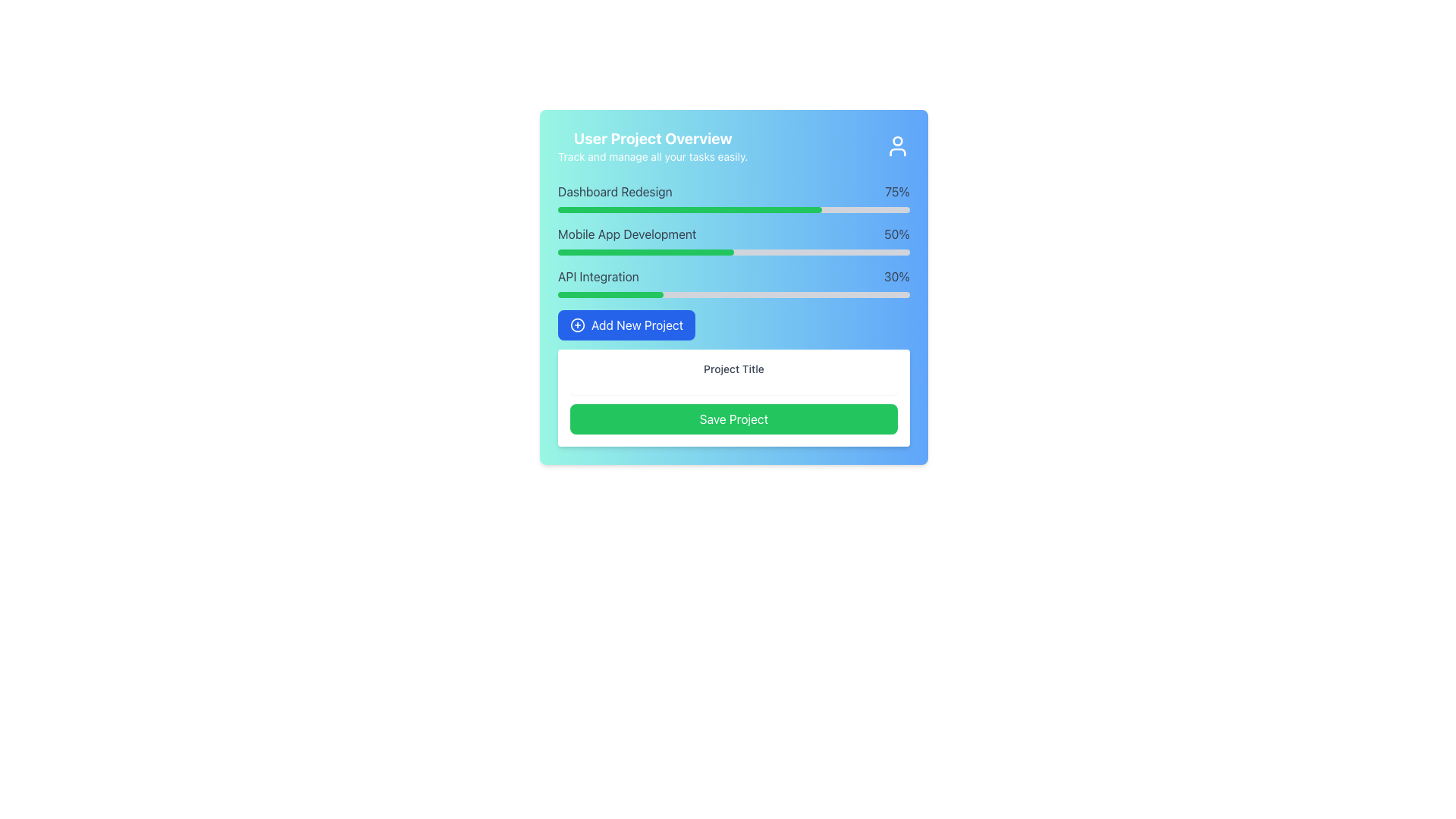 This screenshot has height=819, width=1456. I want to click on the small circular shape inside the user profile SVG icon located in the upper-right corner of the main interface, so click(898, 140).